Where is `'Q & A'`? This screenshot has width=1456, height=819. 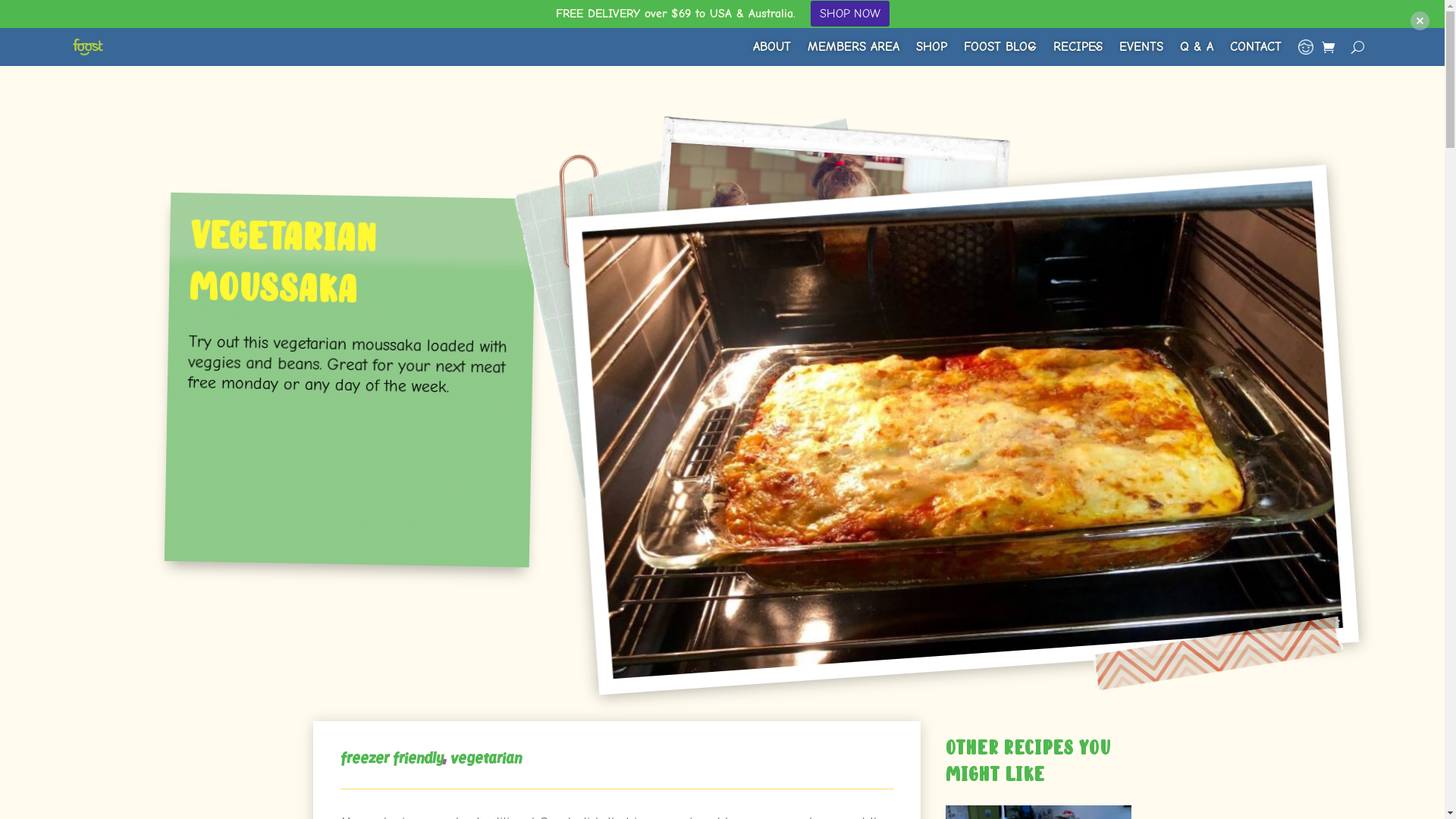 'Q & A' is located at coordinates (1196, 45).